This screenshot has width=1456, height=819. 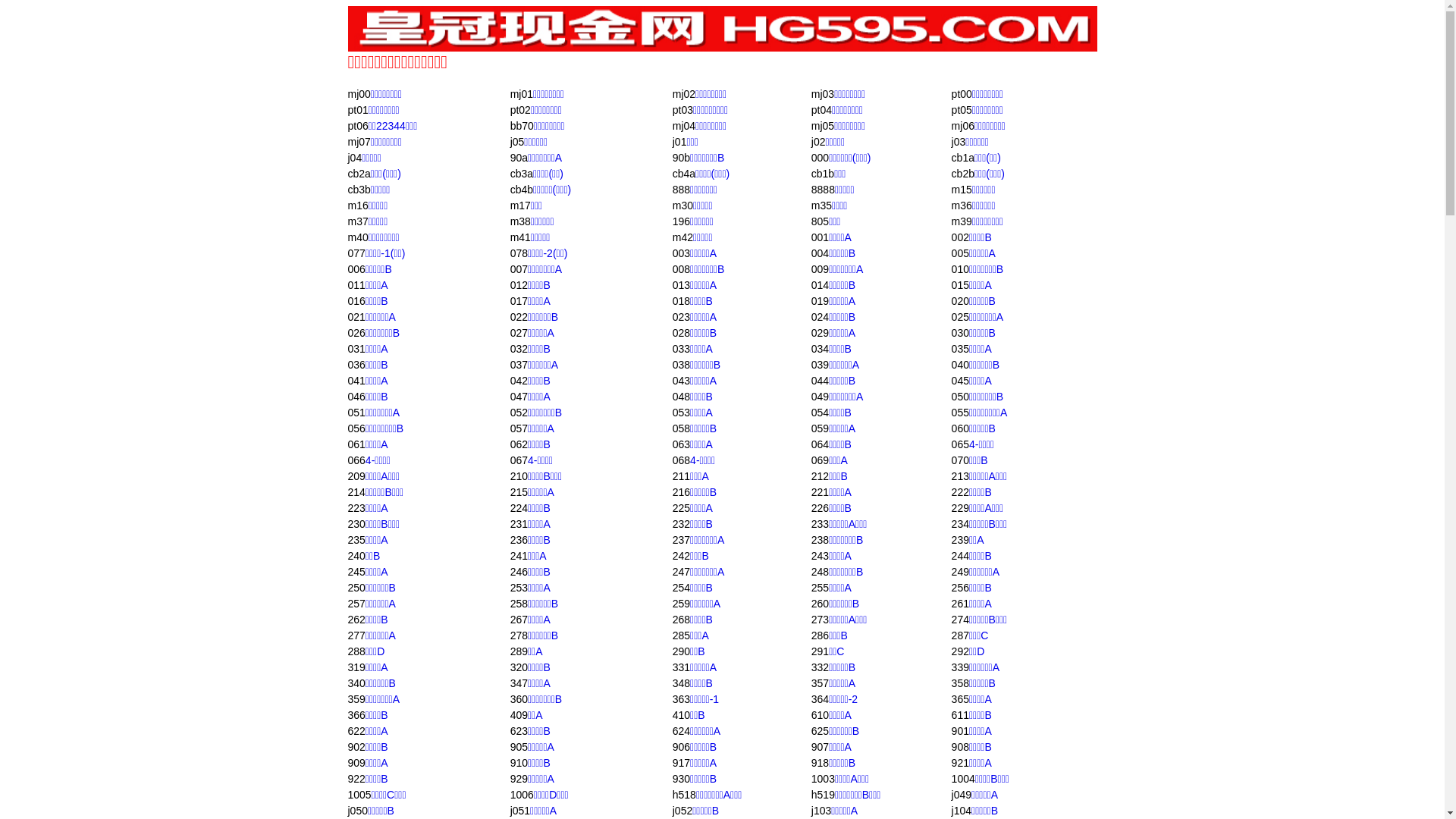 What do you see at coordinates (811, 109) in the screenshot?
I see `'pt04'` at bounding box center [811, 109].